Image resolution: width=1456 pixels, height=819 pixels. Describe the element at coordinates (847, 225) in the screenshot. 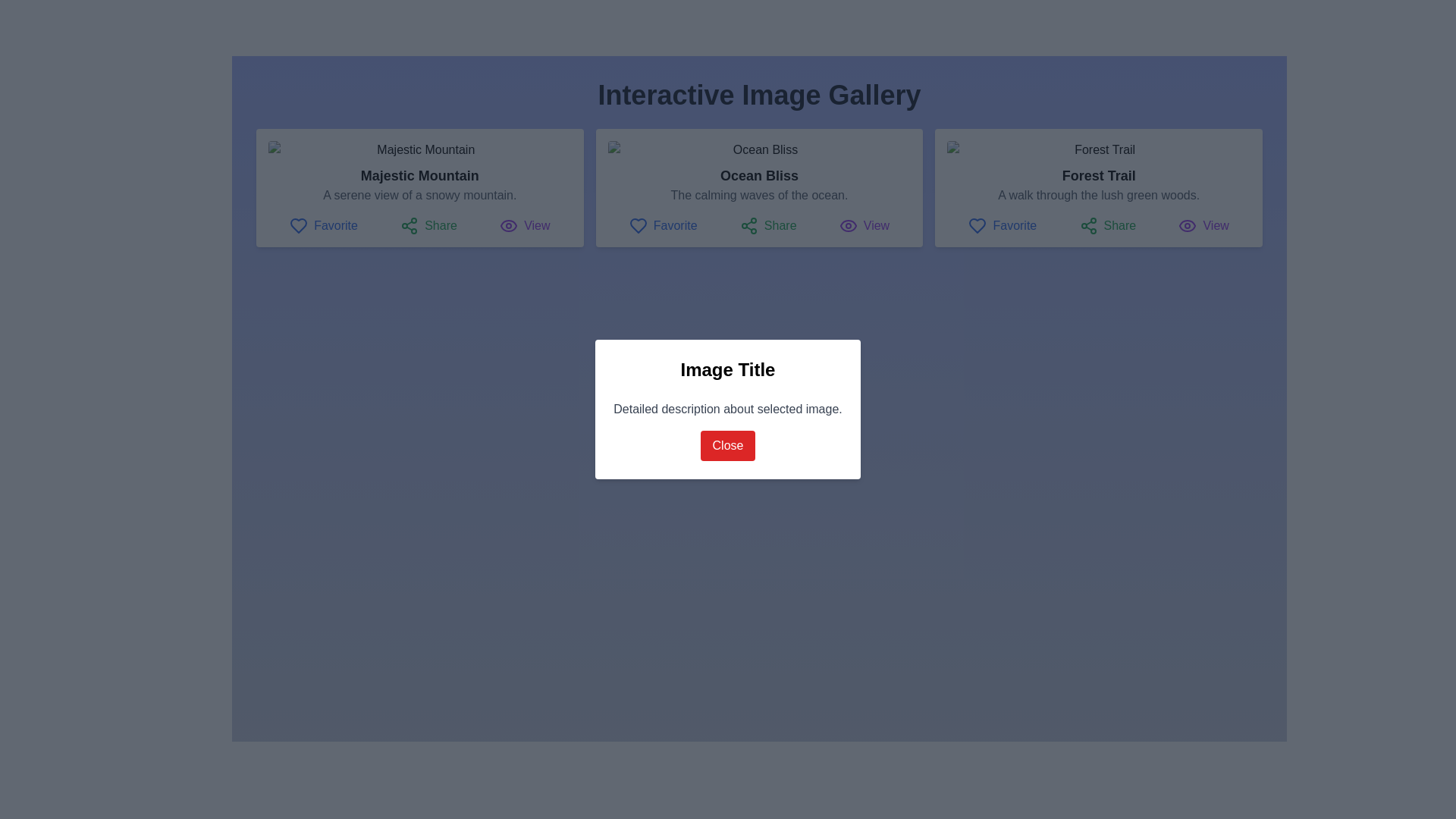

I see `the purple eye icon located to the left of the 'View' text in the button group of the 'Ocean Bliss' card` at that location.